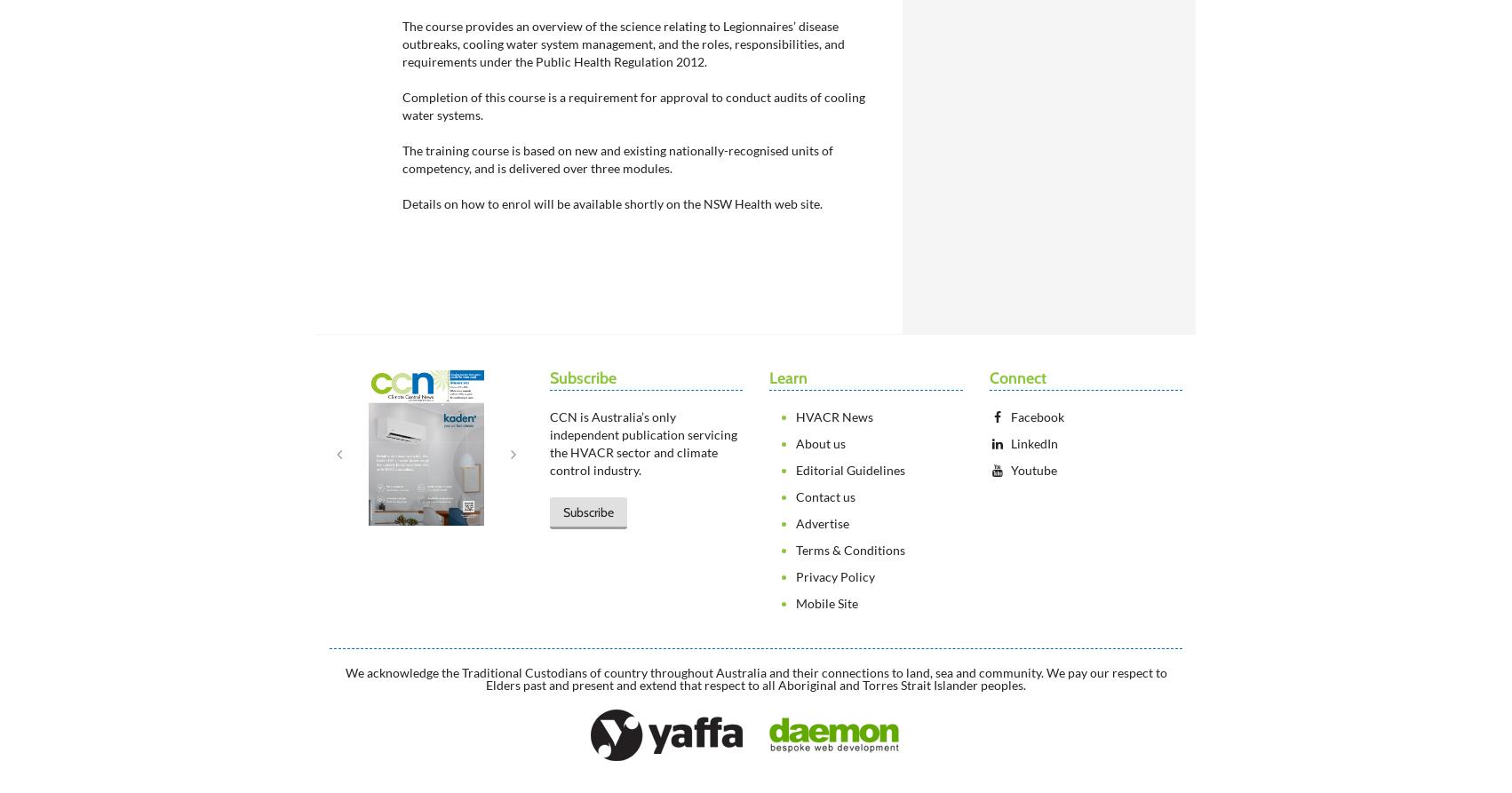 This screenshot has width=1512, height=793. Describe the element at coordinates (788, 377) in the screenshot. I see `'Learn'` at that location.